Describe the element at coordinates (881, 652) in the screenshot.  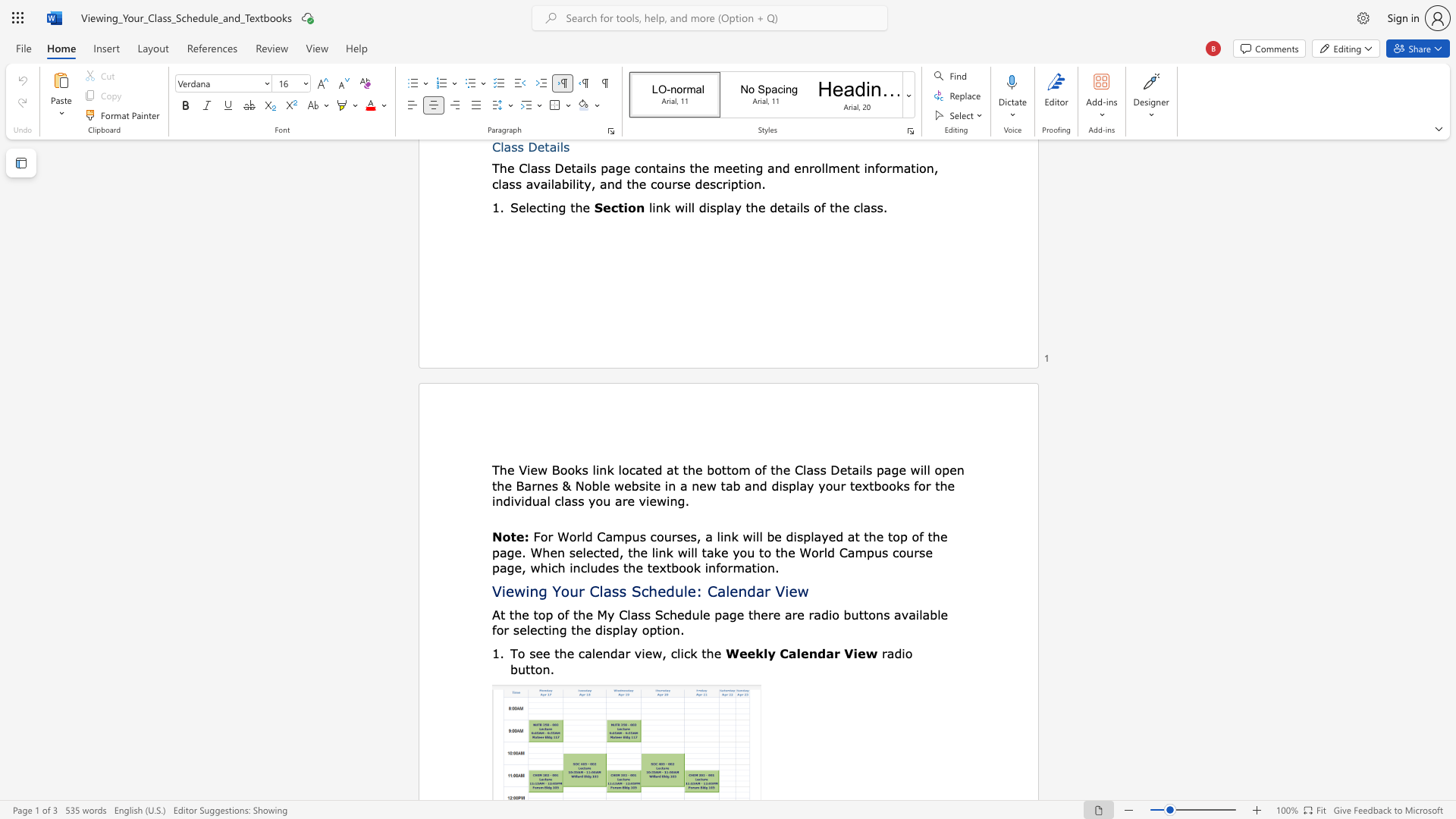
I see `the subset text "rad" within the text "radio button."` at that location.